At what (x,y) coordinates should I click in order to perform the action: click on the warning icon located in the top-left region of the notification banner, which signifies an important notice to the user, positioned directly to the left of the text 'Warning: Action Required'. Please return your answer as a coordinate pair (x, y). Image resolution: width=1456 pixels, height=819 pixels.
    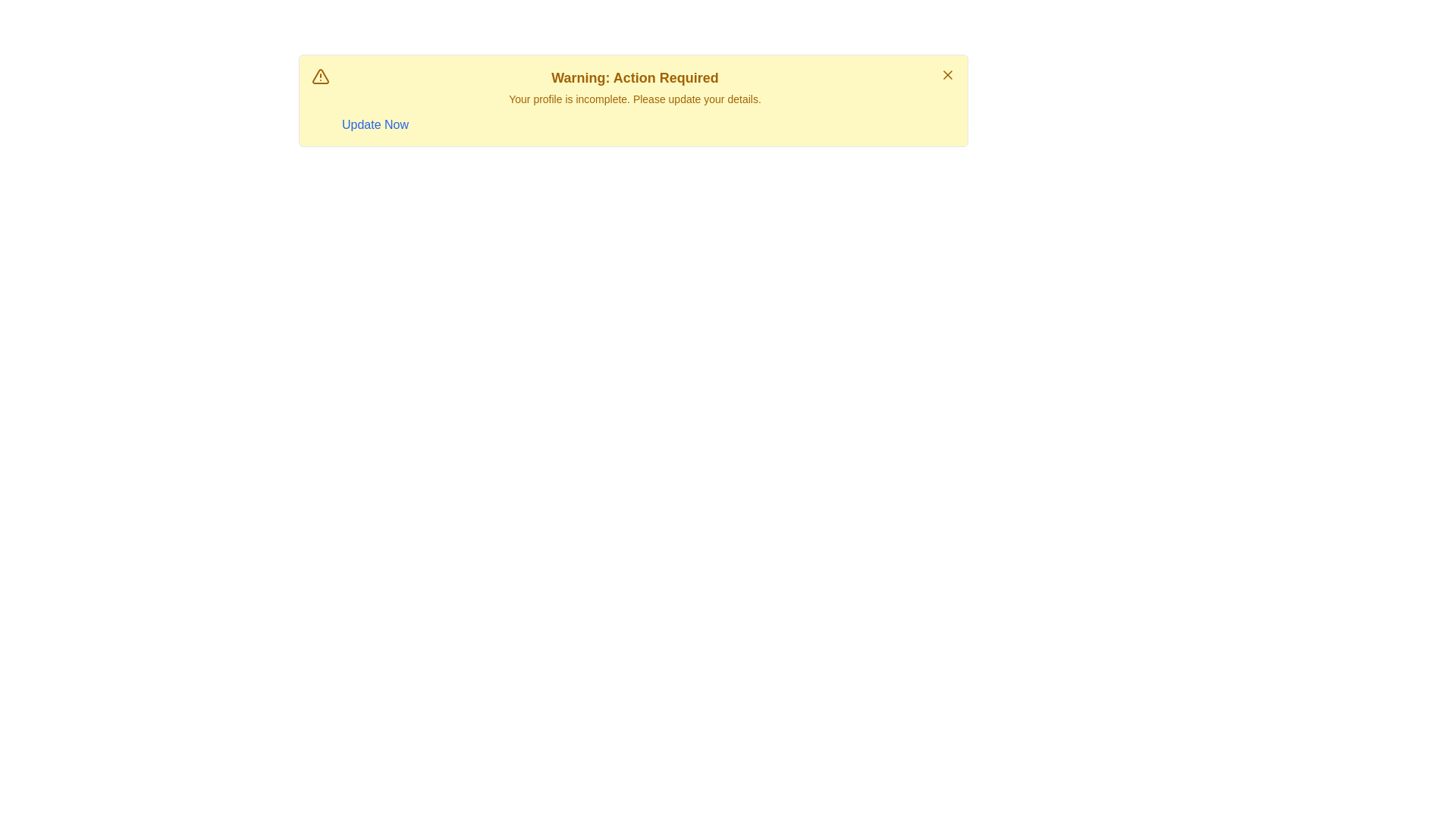
    Looking at the image, I should click on (319, 76).